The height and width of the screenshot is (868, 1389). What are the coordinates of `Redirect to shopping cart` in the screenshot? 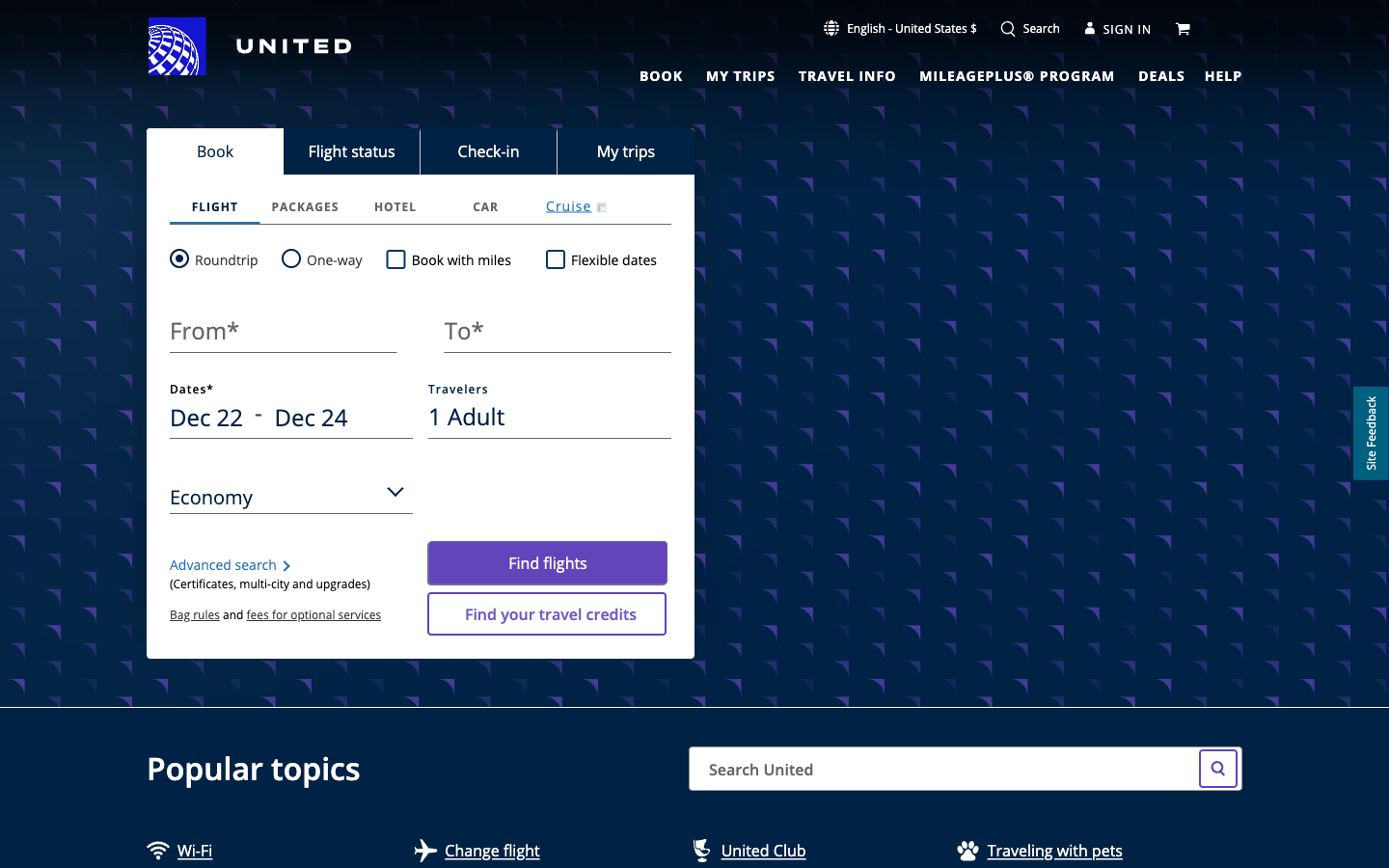 It's located at (1184, 26).